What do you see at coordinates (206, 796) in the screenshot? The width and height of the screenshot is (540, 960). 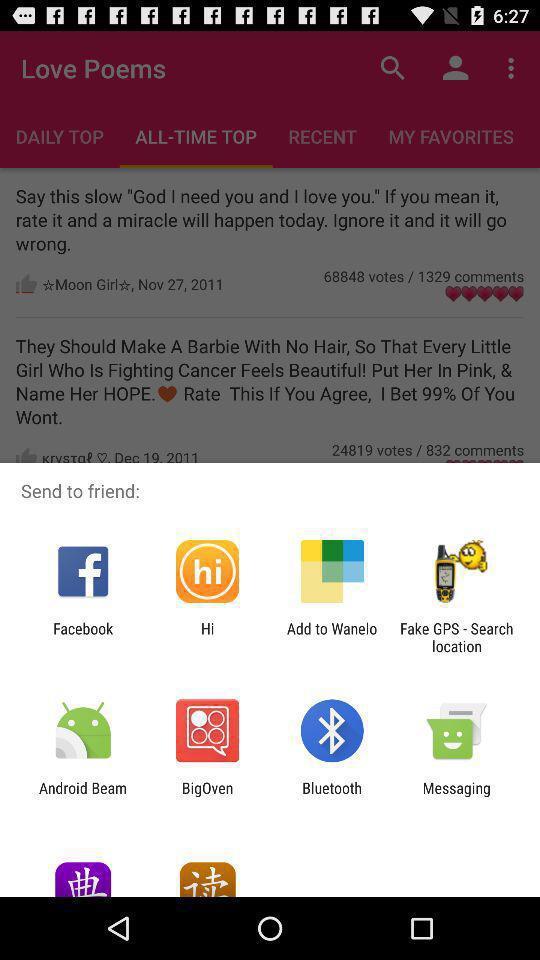 I see `bigoven` at bounding box center [206, 796].